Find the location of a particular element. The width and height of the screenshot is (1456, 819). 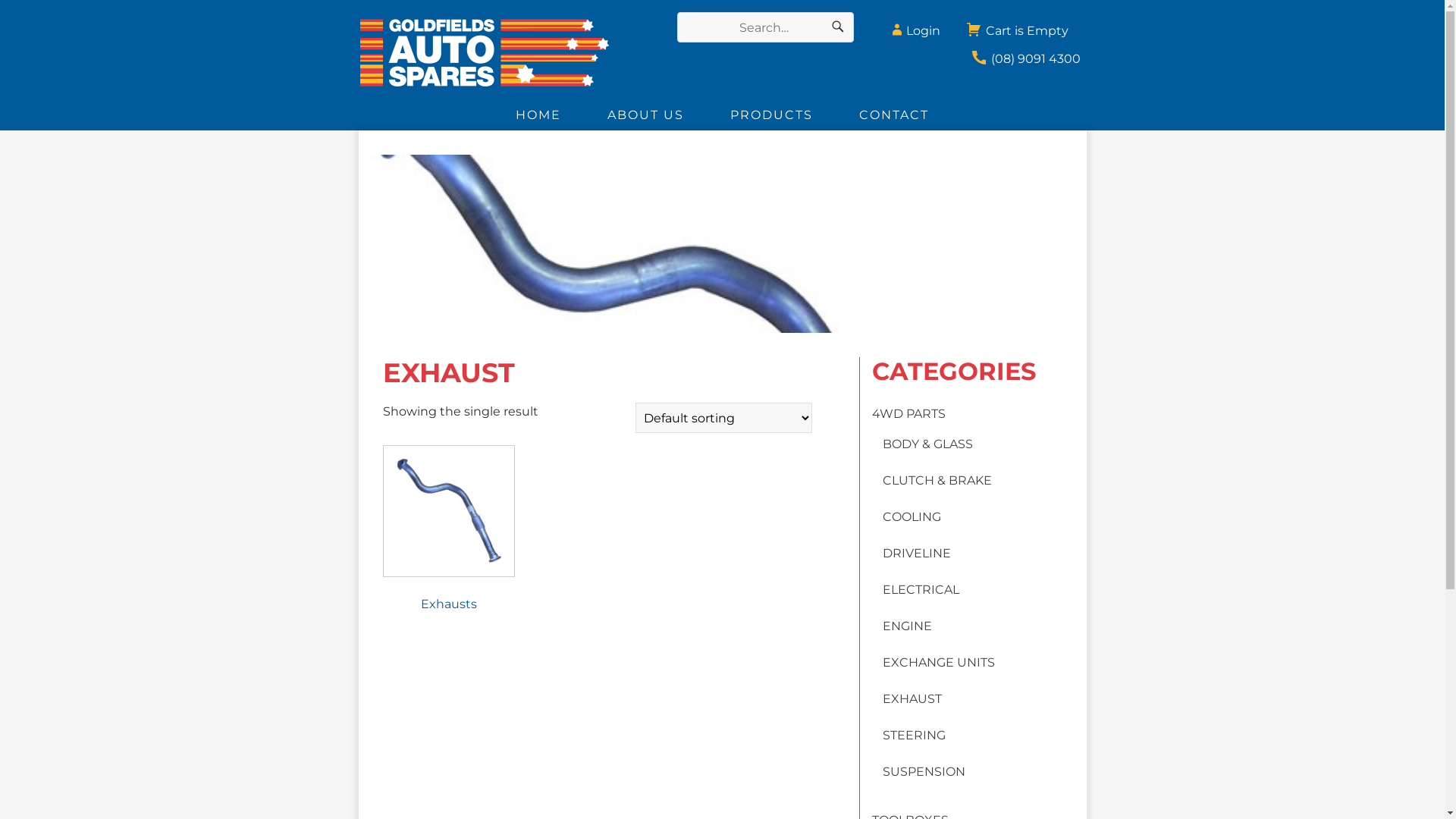

'SUSPENSION' is located at coordinates (882, 771).